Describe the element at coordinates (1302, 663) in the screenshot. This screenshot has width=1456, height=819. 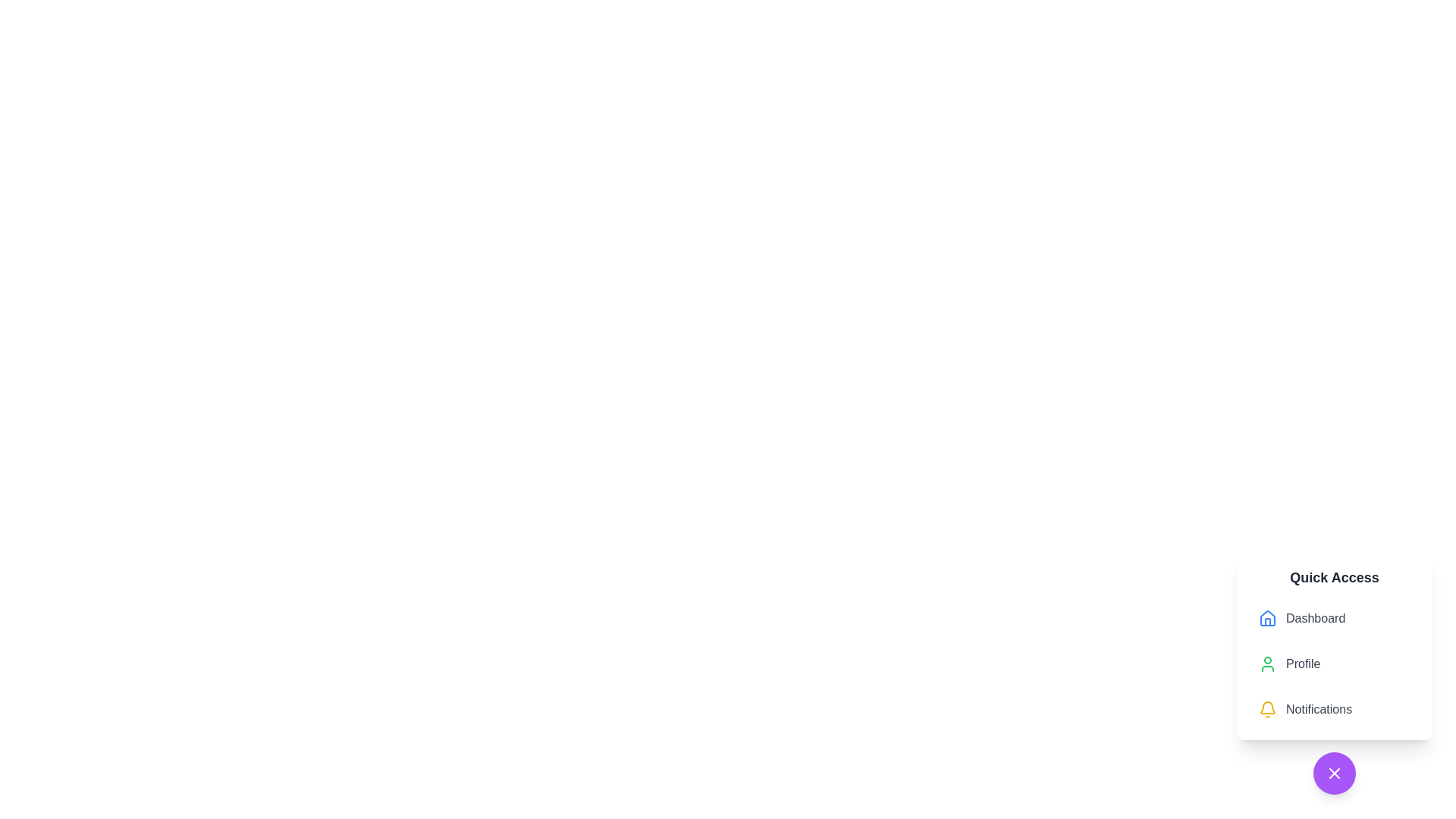
I see `the text label that identifies the user profile within the 'Quick Access' menu, positioned between 'Dashboard' and 'Notifications'` at that location.